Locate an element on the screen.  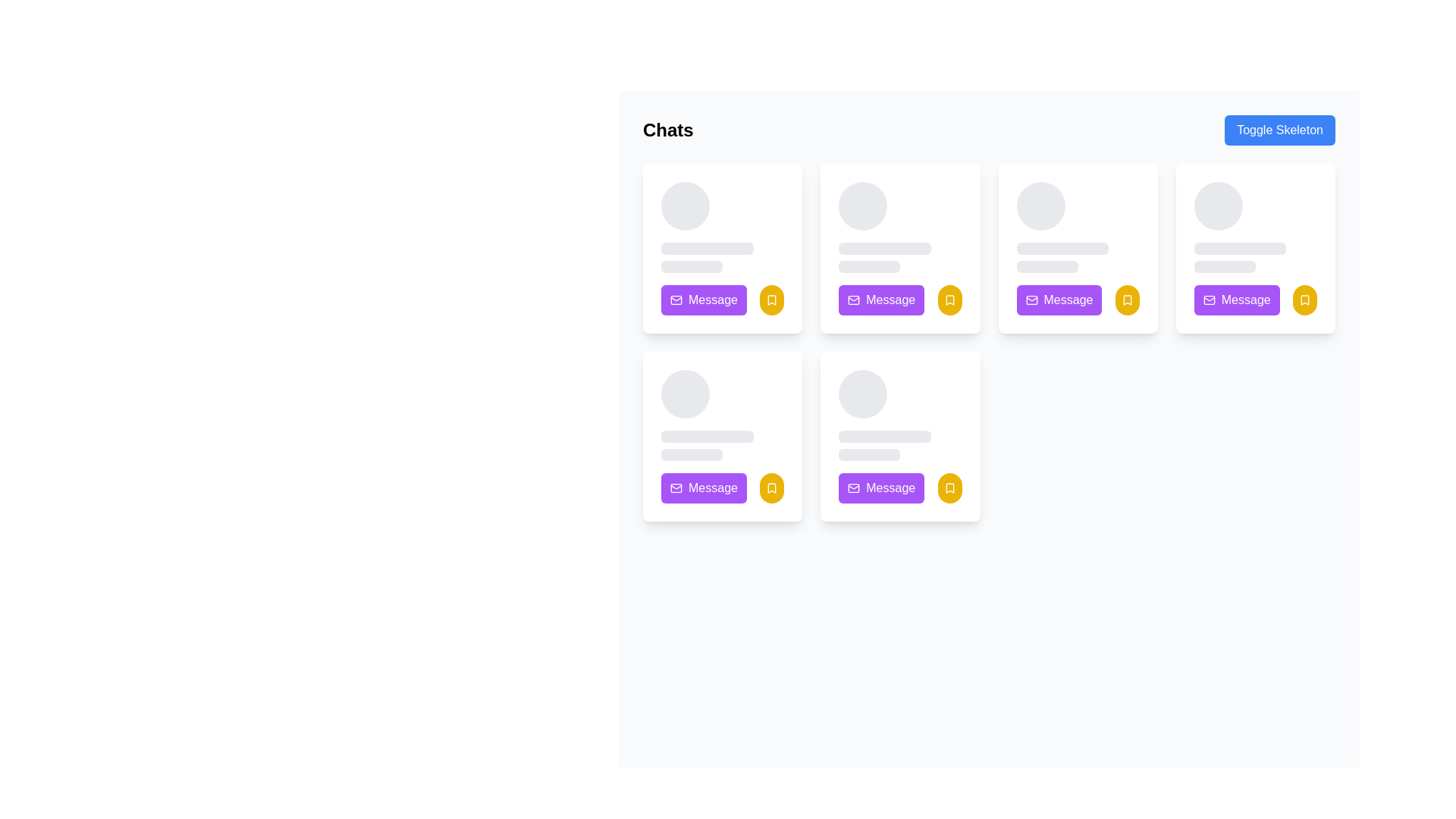
the circular graphic placeholder with a gray background located in the top-right card of a grid layout, positioned above two horizontal rectangular bars is located at coordinates (1218, 206).